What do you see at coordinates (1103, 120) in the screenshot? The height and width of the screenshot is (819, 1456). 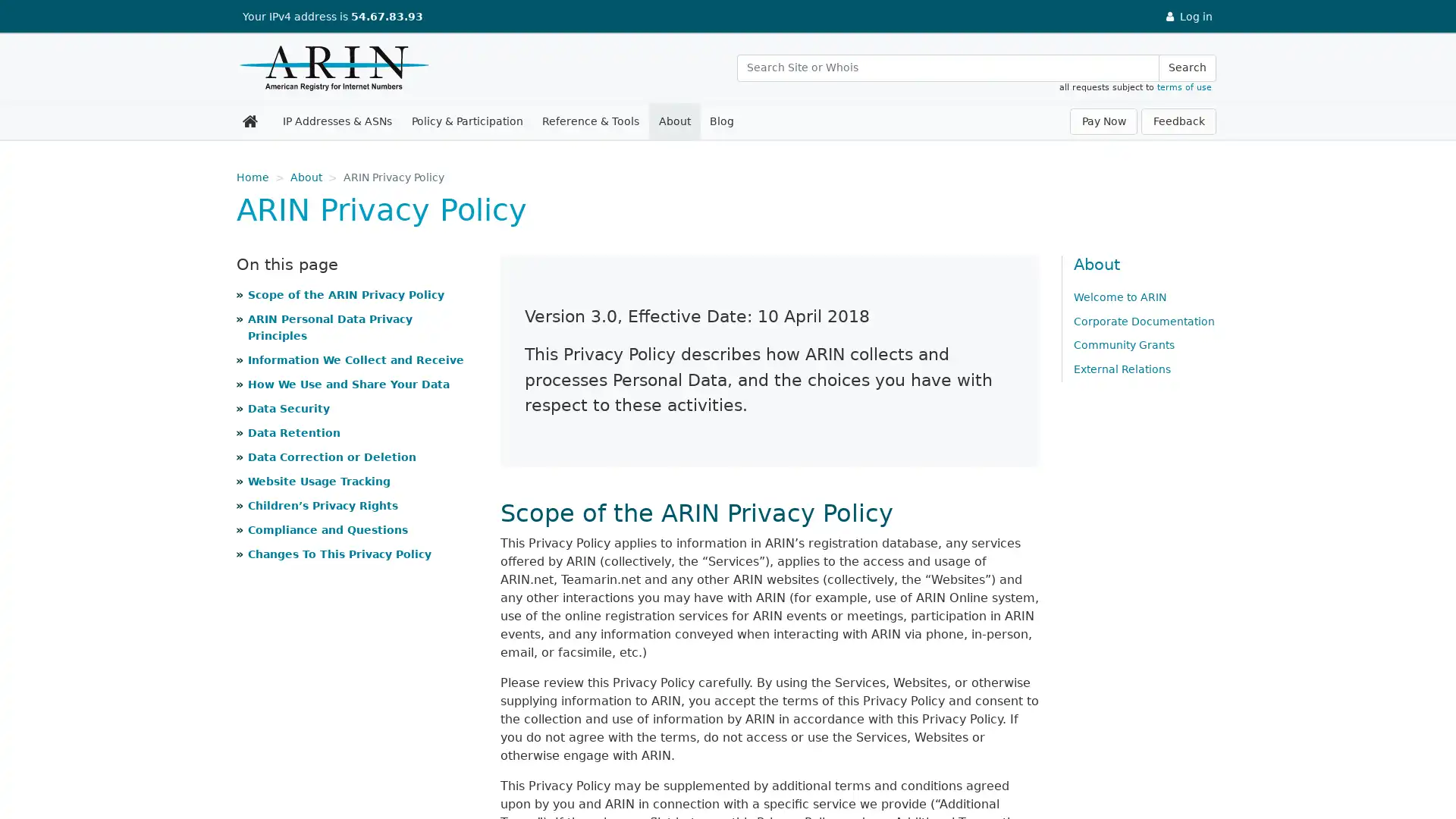 I see `Pay Now` at bounding box center [1103, 120].